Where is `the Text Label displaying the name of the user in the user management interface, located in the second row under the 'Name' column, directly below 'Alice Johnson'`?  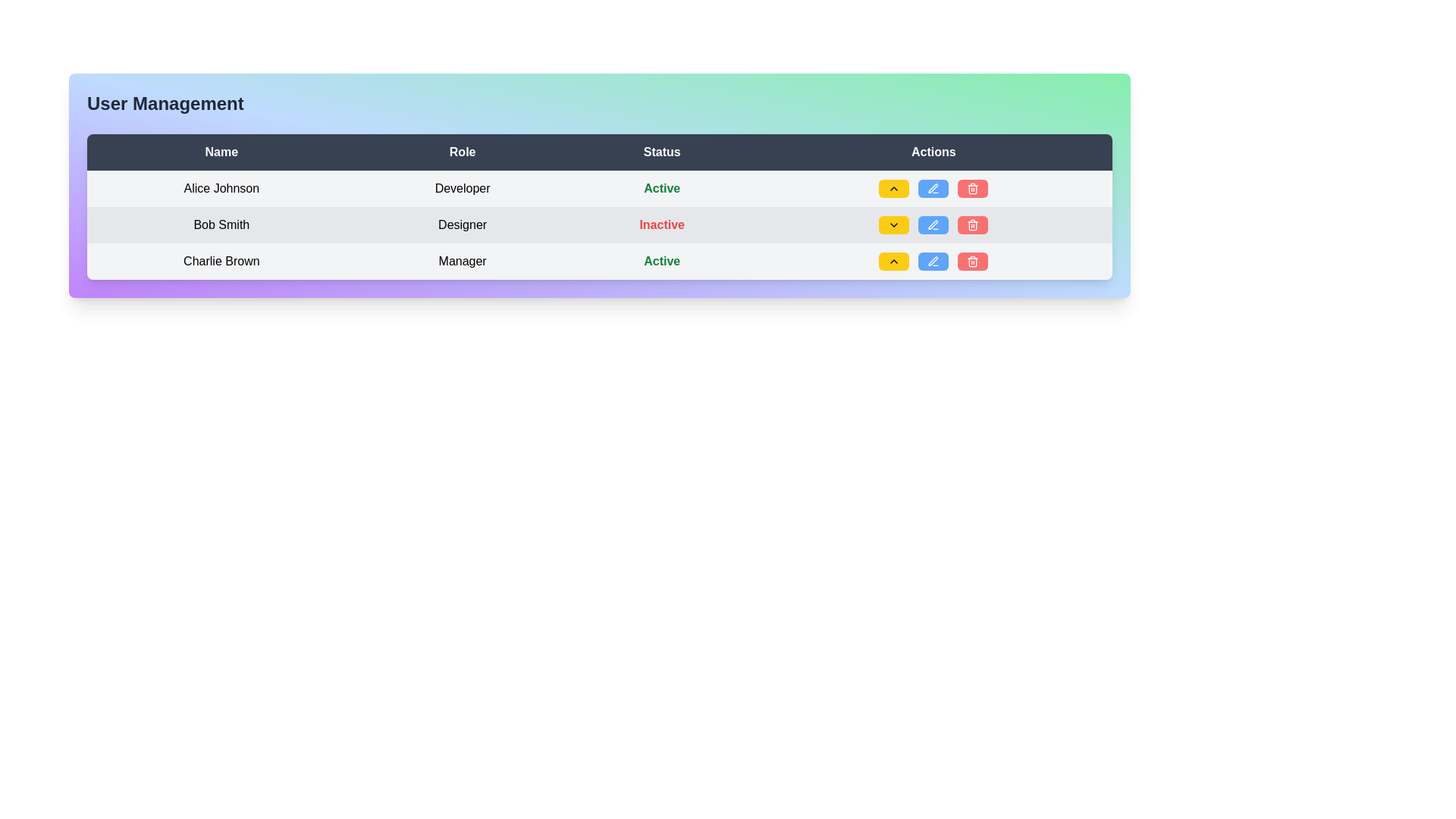
the Text Label displaying the name of the user in the user management interface, located in the second row under the 'Name' column, directly below 'Alice Johnson' is located at coordinates (221, 225).